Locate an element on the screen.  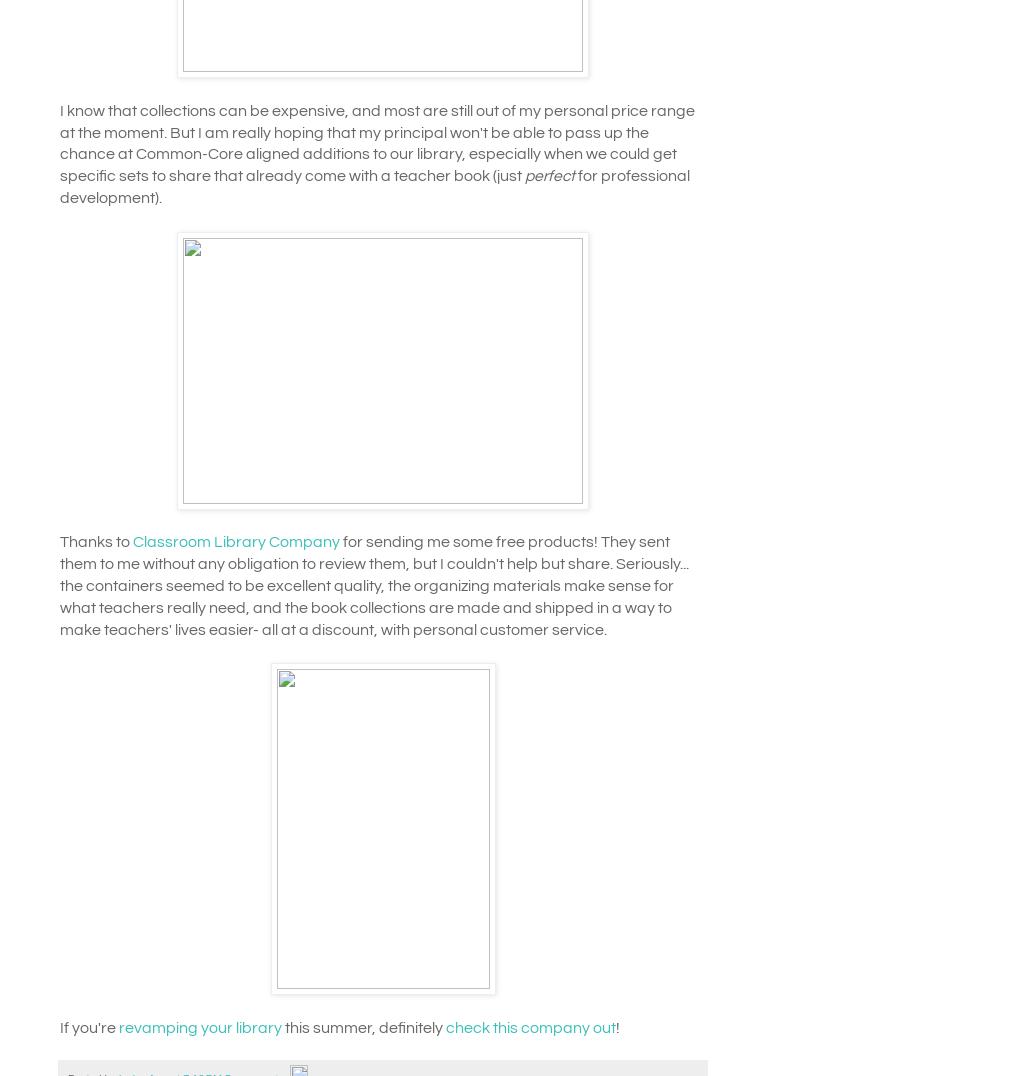
'!' is located at coordinates (617, 1026).